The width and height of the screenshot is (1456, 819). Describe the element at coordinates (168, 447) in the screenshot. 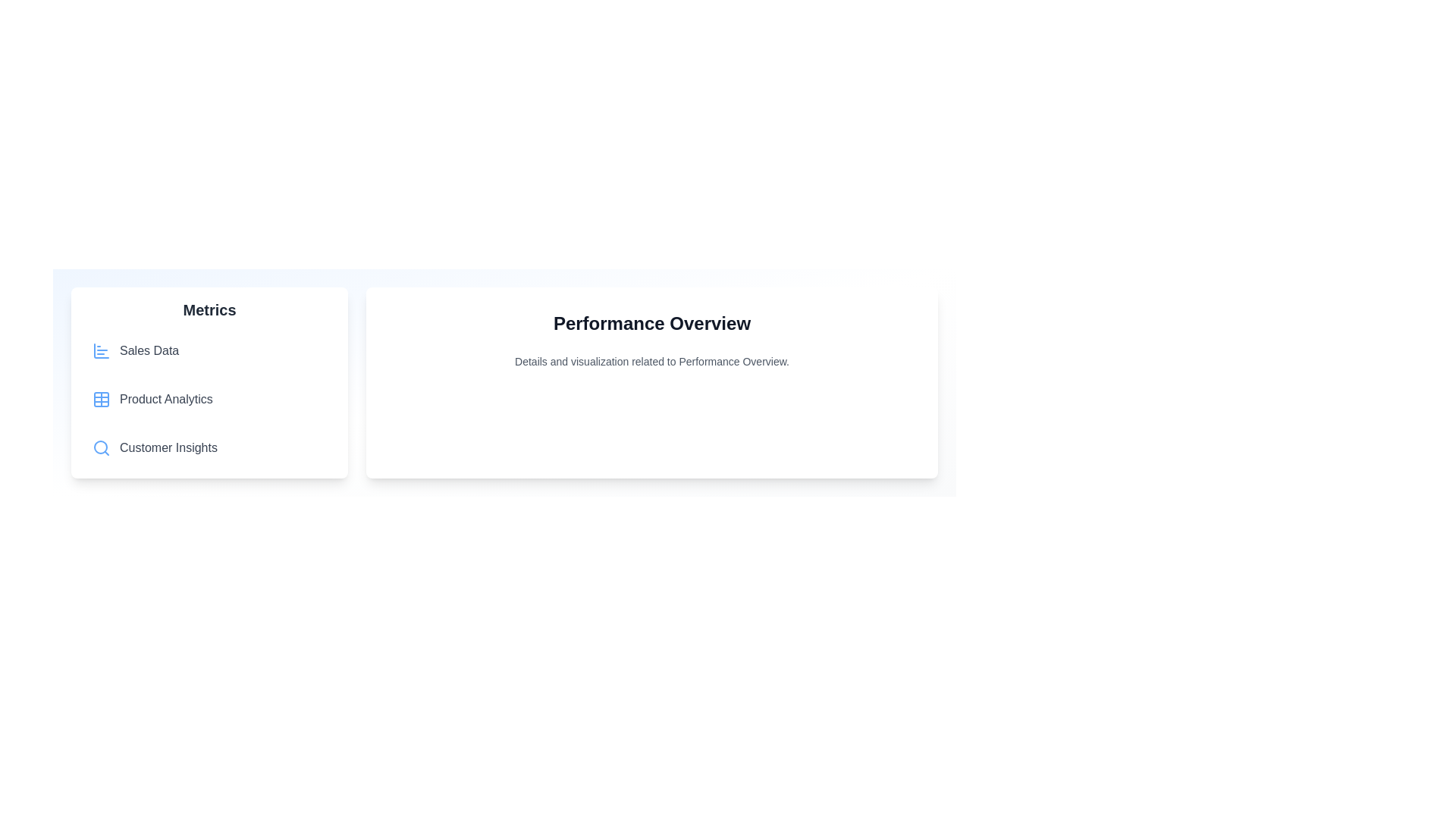

I see `the 'Customer Insights' label, which is a text component styled with a medium-weight font and gray color, positioned below the 'Metrics' section in a horizontal list` at that location.